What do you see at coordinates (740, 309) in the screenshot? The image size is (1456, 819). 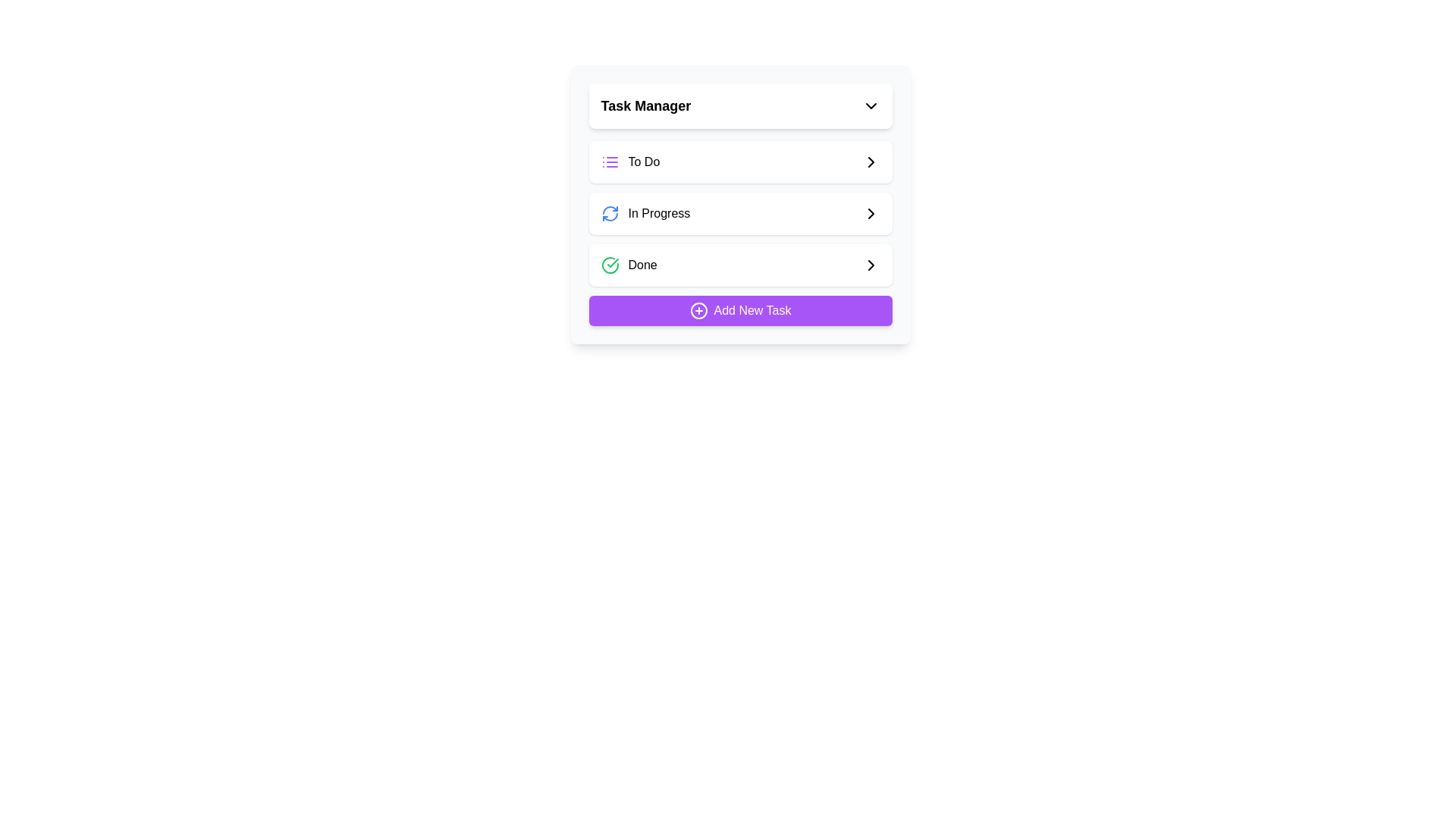 I see `the large rectangular button with rounded edges, purple background, and white text 'Add New Task'` at bounding box center [740, 309].